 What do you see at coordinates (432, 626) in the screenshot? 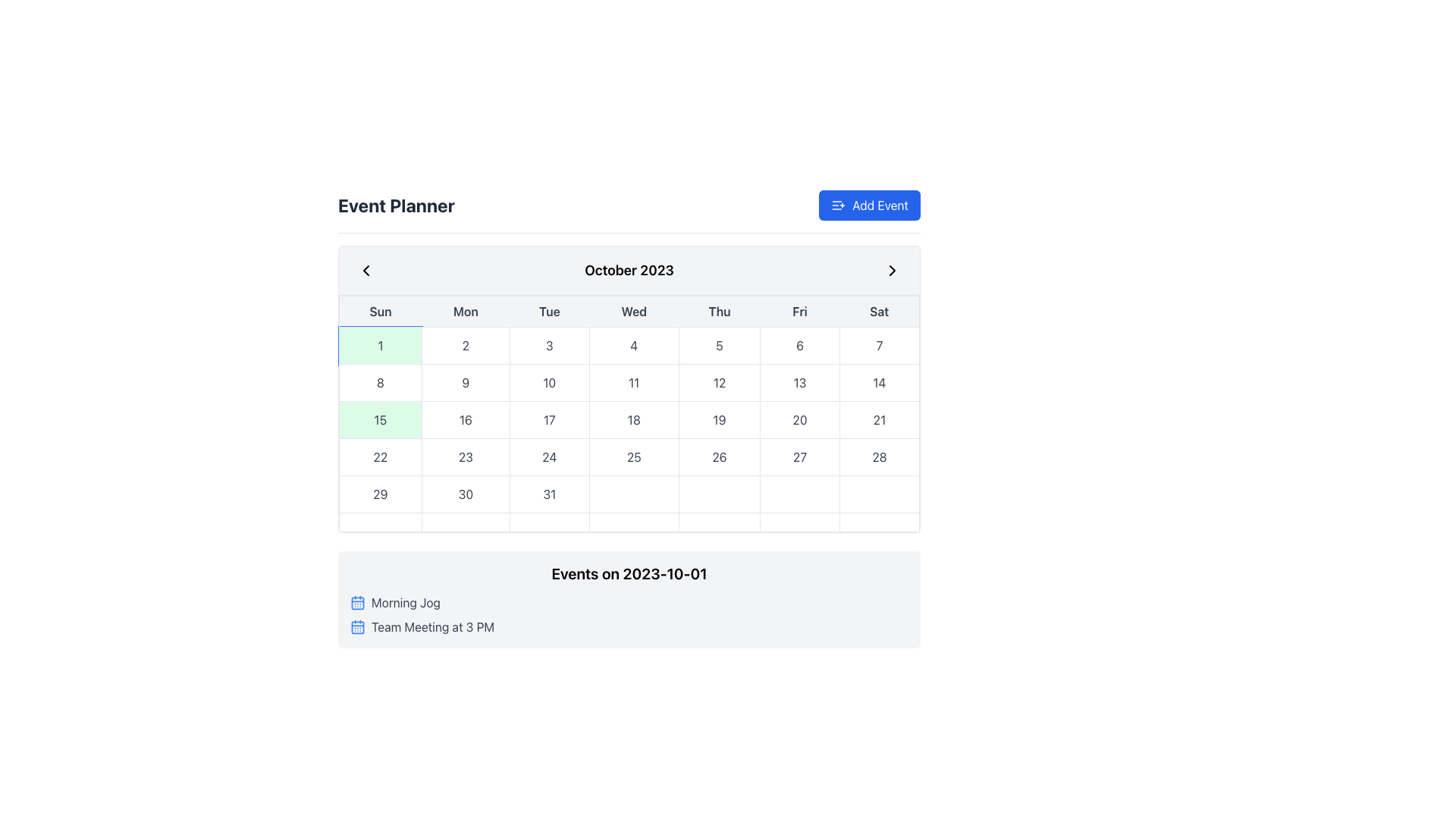
I see `the text label displaying 'Team Meeting at 3 PM', which is the second item in the list of scheduled events for October 1, 2023, positioned below 'Morning Jog'` at bounding box center [432, 626].